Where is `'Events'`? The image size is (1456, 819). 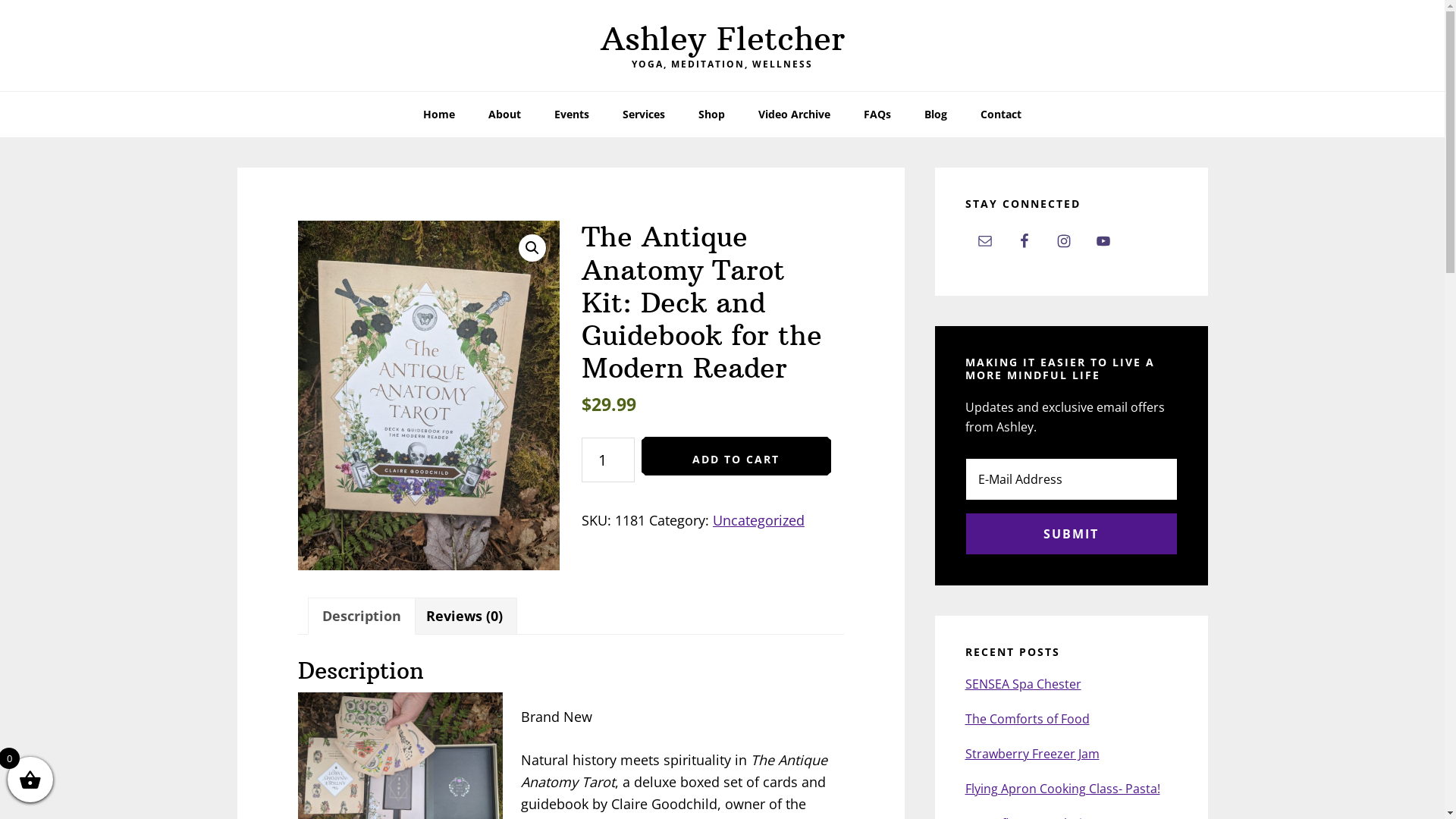 'Events' is located at coordinates (570, 113).